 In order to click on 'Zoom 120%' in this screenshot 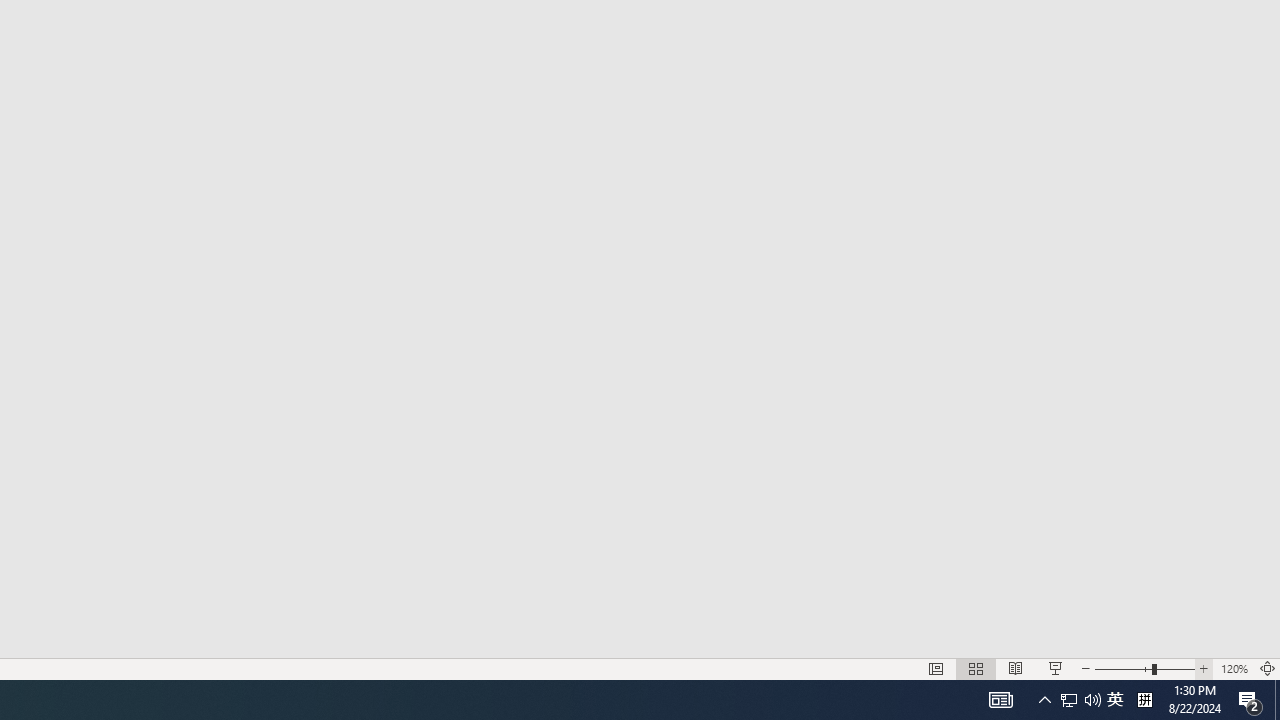, I will do `click(1233, 669)`.